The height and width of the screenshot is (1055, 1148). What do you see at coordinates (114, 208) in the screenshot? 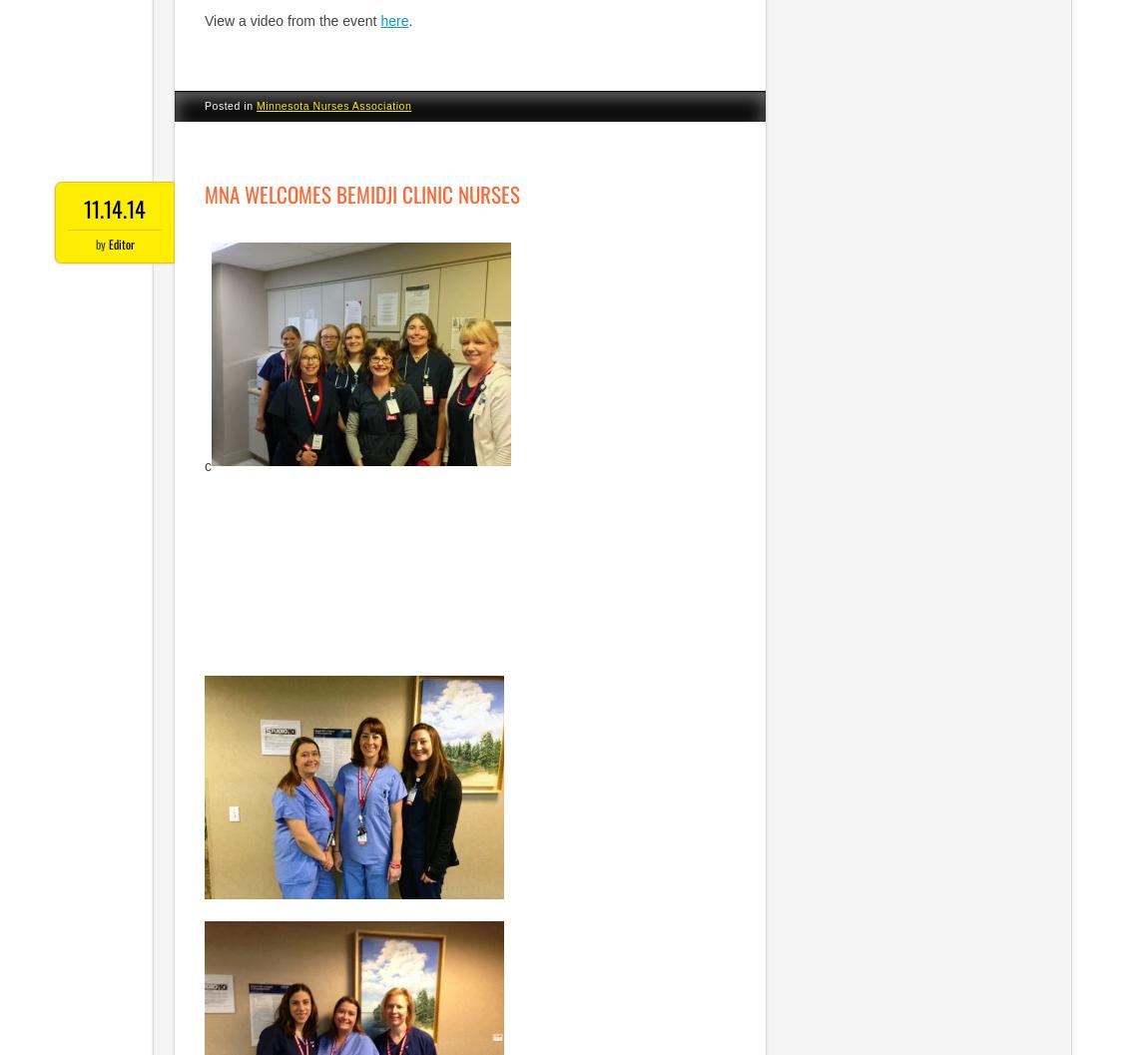
I see `'11.14.14'` at bounding box center [114, 208].